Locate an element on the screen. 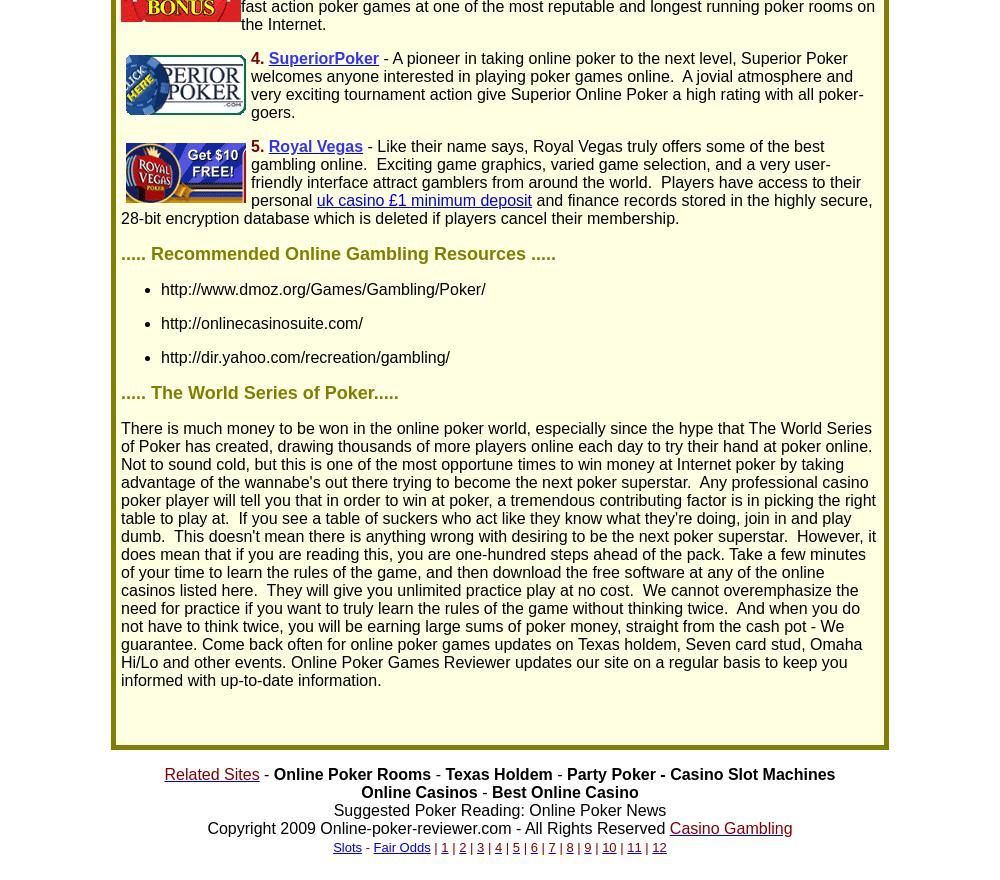 This screenshot has width=1000, height=880. 'http://www.dmoz.org/Games/Gambling/Poker/' is located at coordinates (322, 289).